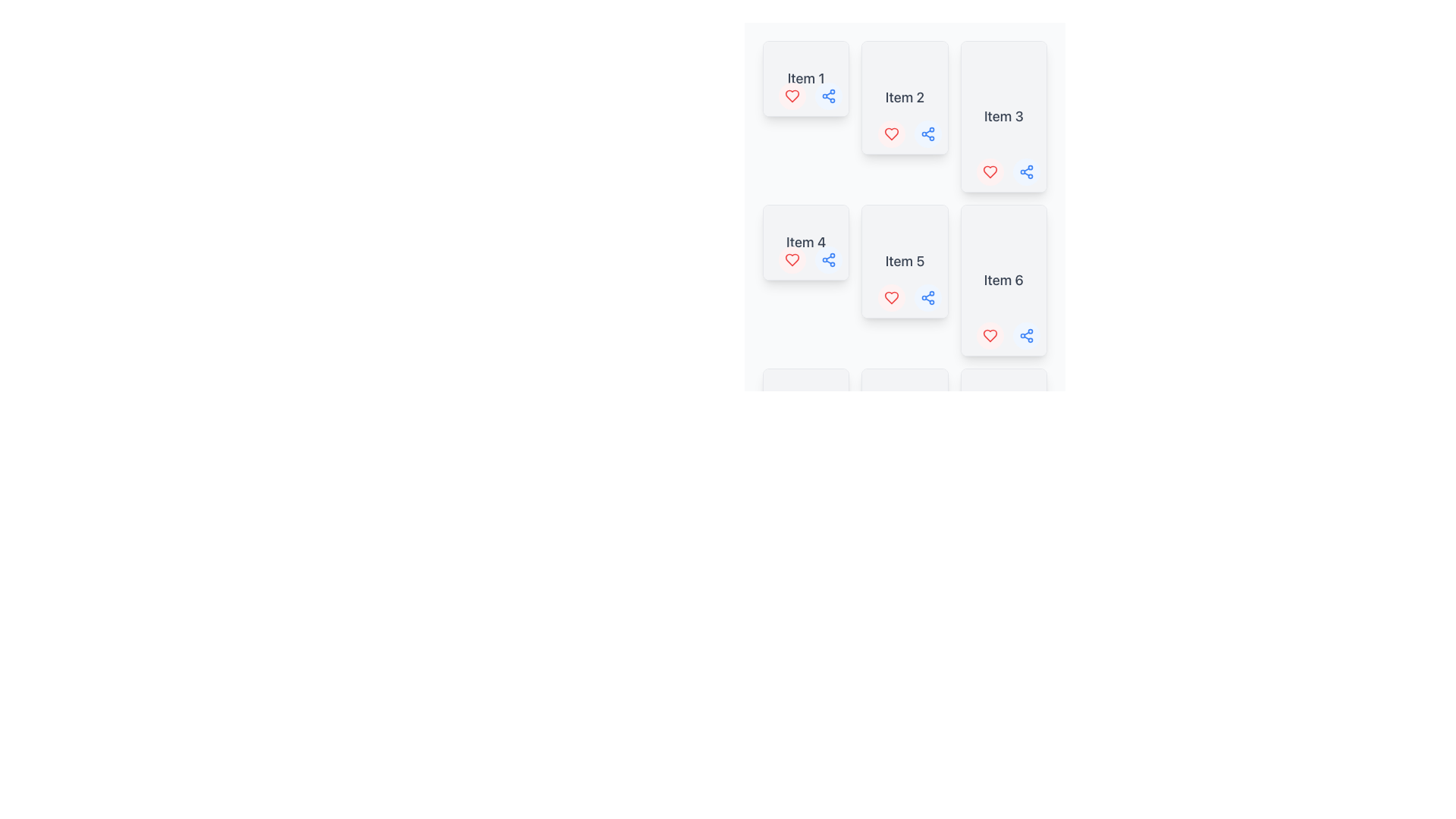  What do you see at coordinates (1003, 281) in the screenshot?
I see `the text label displaying 'Item 6' which is centered within a light-gray box in the third column of the second row of the grid layout` at bounding box center [1003, 281].